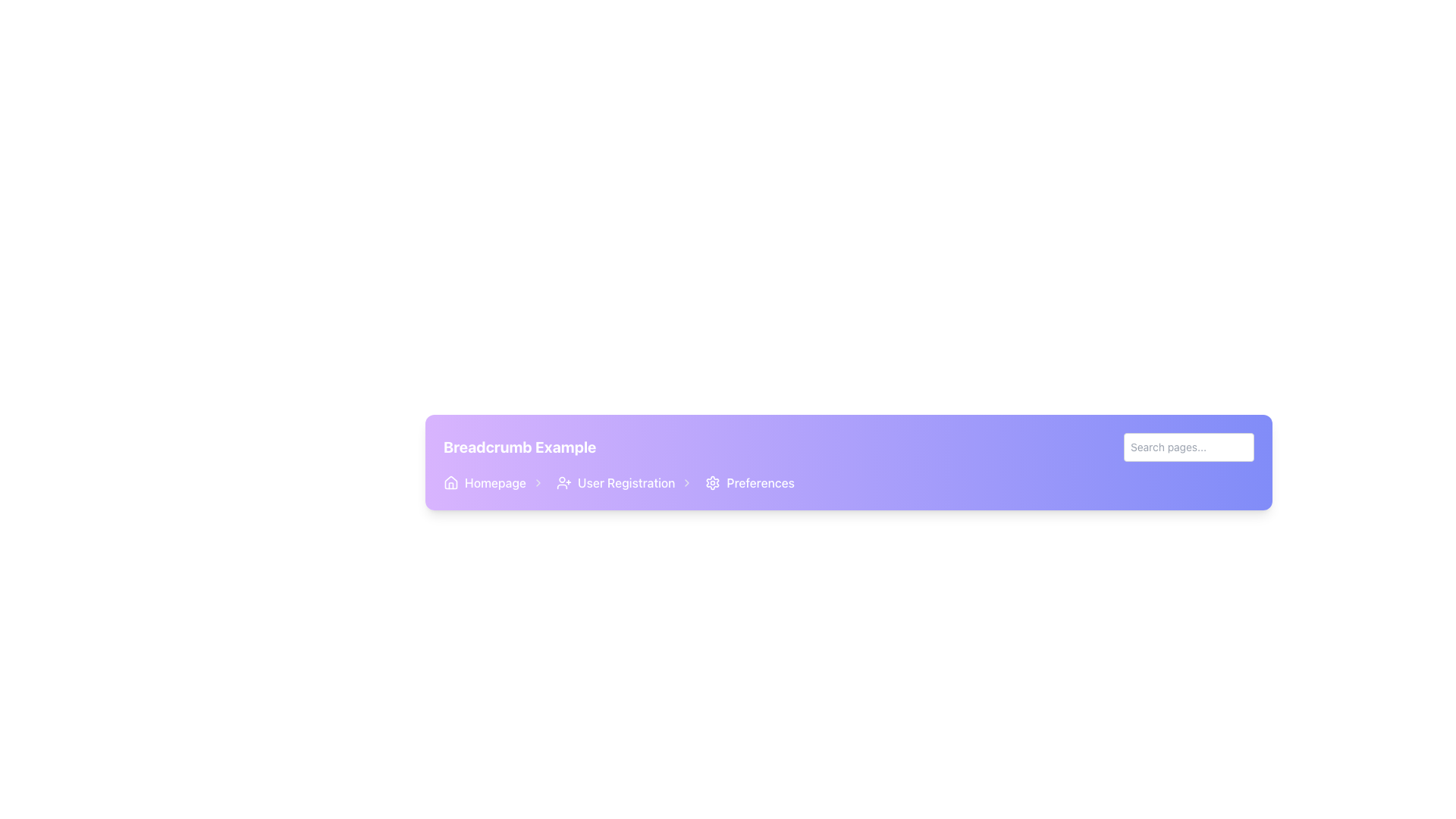 The image size is (1456, 819). I want to click on the Breadcrumb Link located on the leftmost side of the breadcrumb navigation bar, so click(494, 482).